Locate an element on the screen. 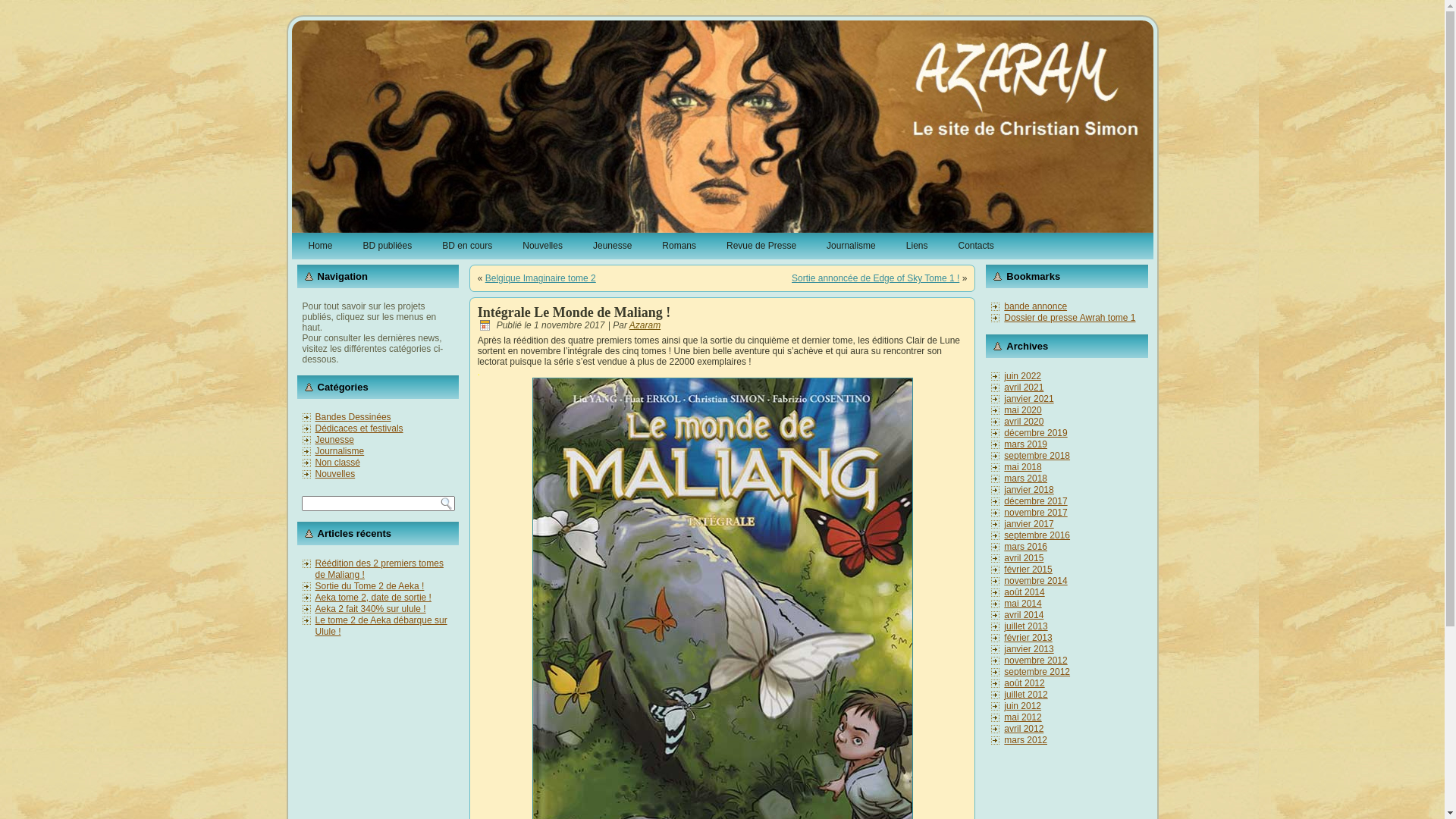 The image size is (1456, 819). 'Nouvelles' is located at coordinates (315, 472).